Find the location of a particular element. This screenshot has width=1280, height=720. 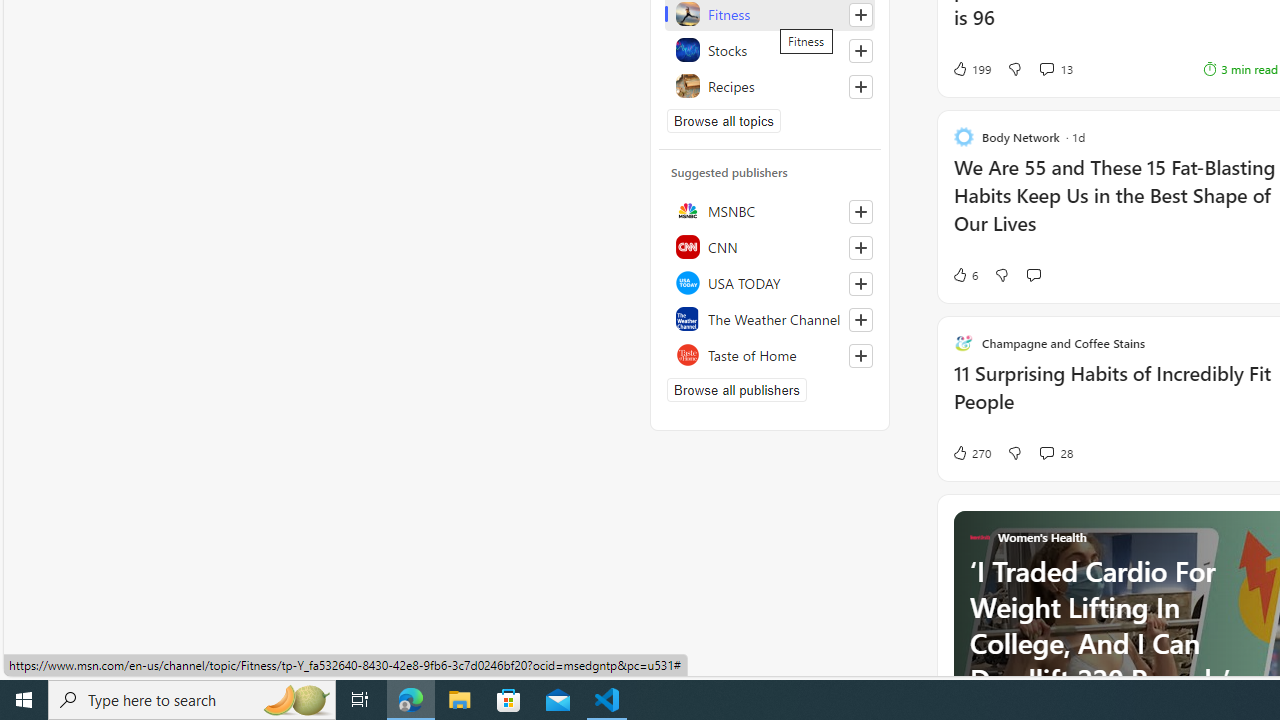

'Taste of Home' is located at coordinates (769, 353).